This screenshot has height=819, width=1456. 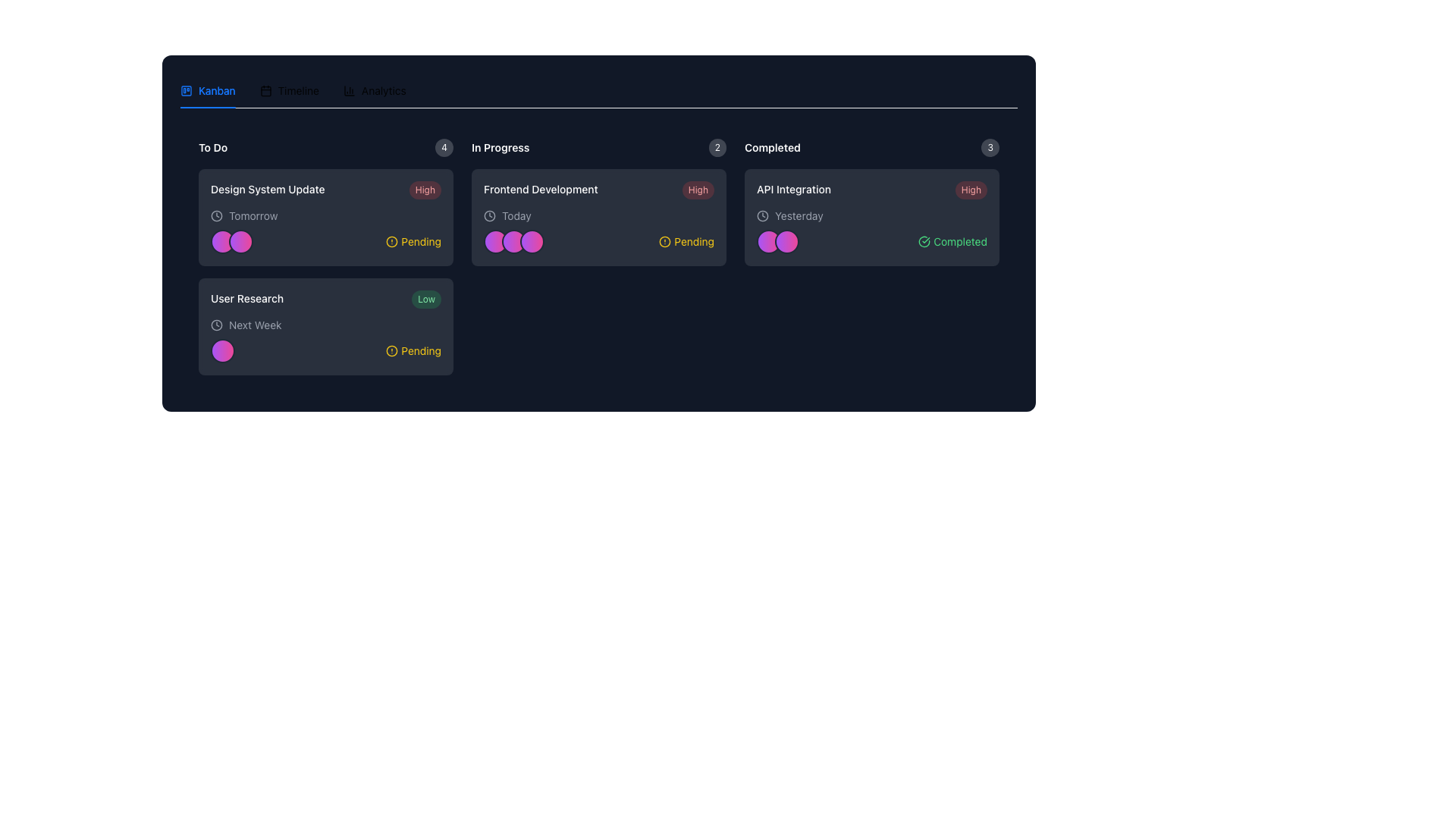 What do you see at coordinates (425, 299) in the screenshot?
I see `the priority level represented` at bounding box center [425, 299].